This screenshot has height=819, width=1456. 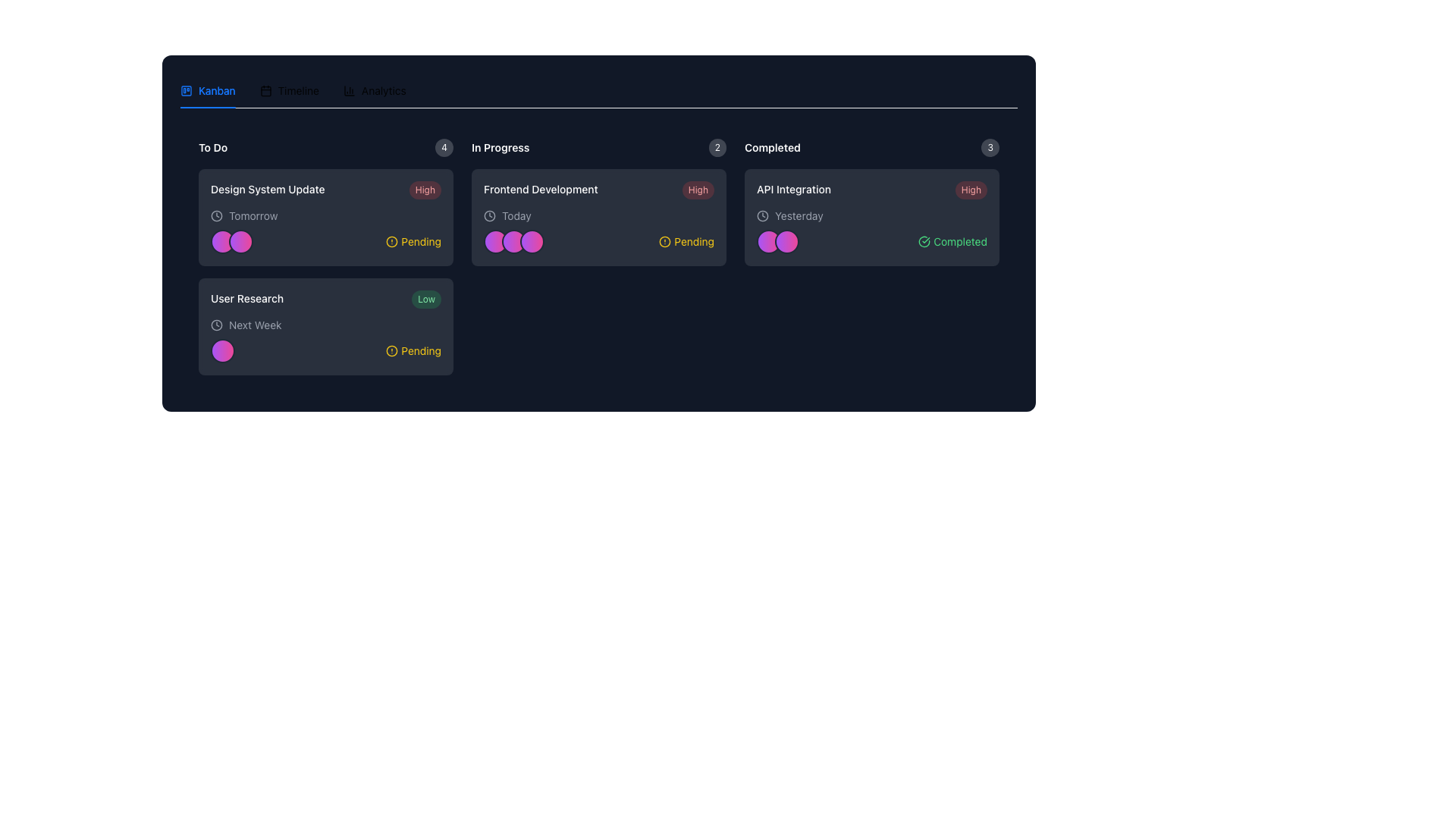 What do you see at coordinates (425, 299) in the screenshot?
I see `the priority level represented` at bounding box center [425, 299].